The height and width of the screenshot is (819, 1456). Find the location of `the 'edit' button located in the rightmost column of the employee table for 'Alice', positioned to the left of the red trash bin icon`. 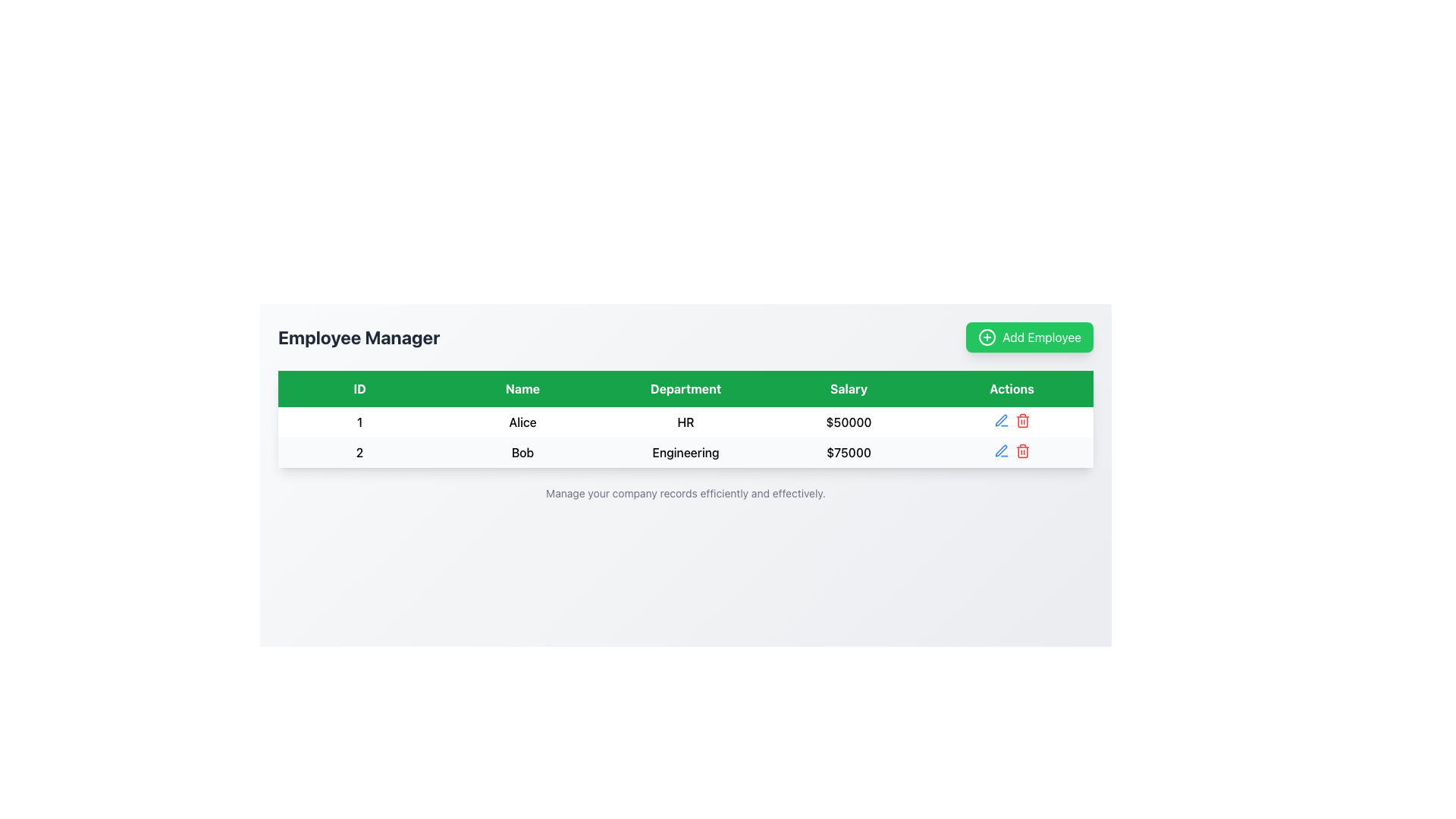

the 'edit' button located in the rightmost column of the employee table for 'Alice', positioned to the left of the red trash bin icon is located at coordinates (1001, 450).